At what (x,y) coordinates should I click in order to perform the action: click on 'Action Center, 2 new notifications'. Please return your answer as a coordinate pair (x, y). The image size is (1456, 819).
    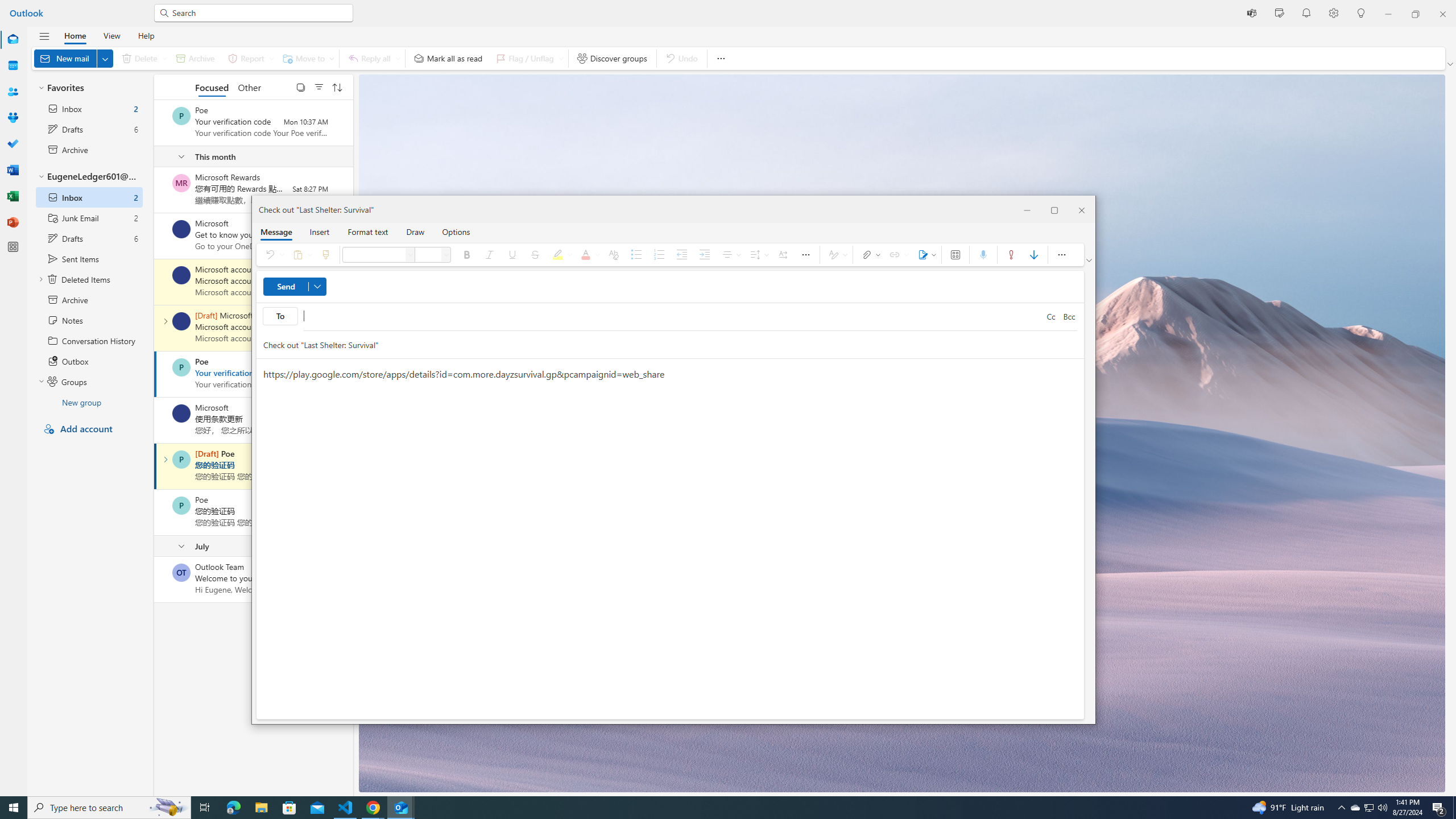
    Looking at the image, I should click on (1439, 806).